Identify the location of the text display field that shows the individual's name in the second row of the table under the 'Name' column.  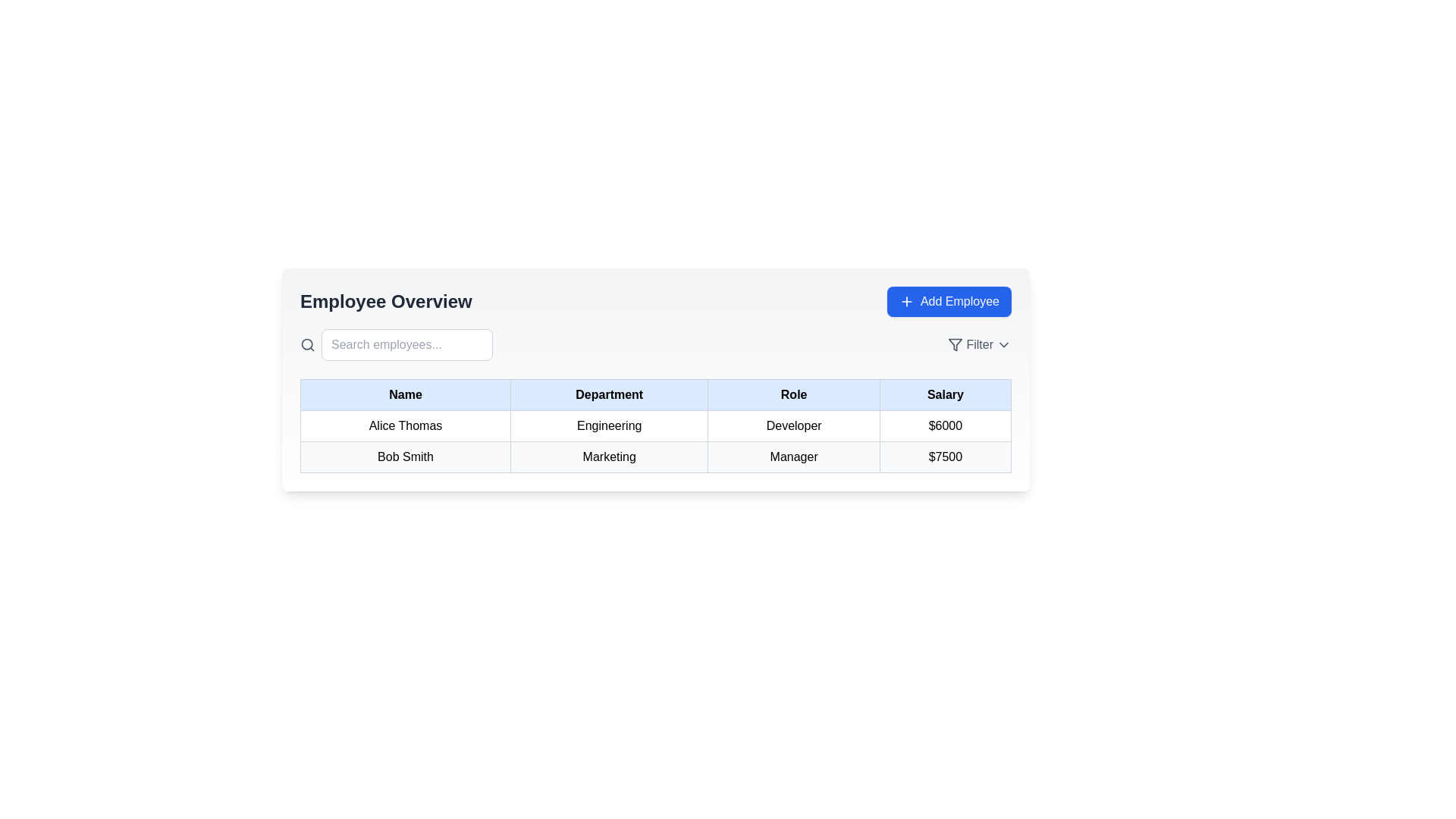
(405, 456).